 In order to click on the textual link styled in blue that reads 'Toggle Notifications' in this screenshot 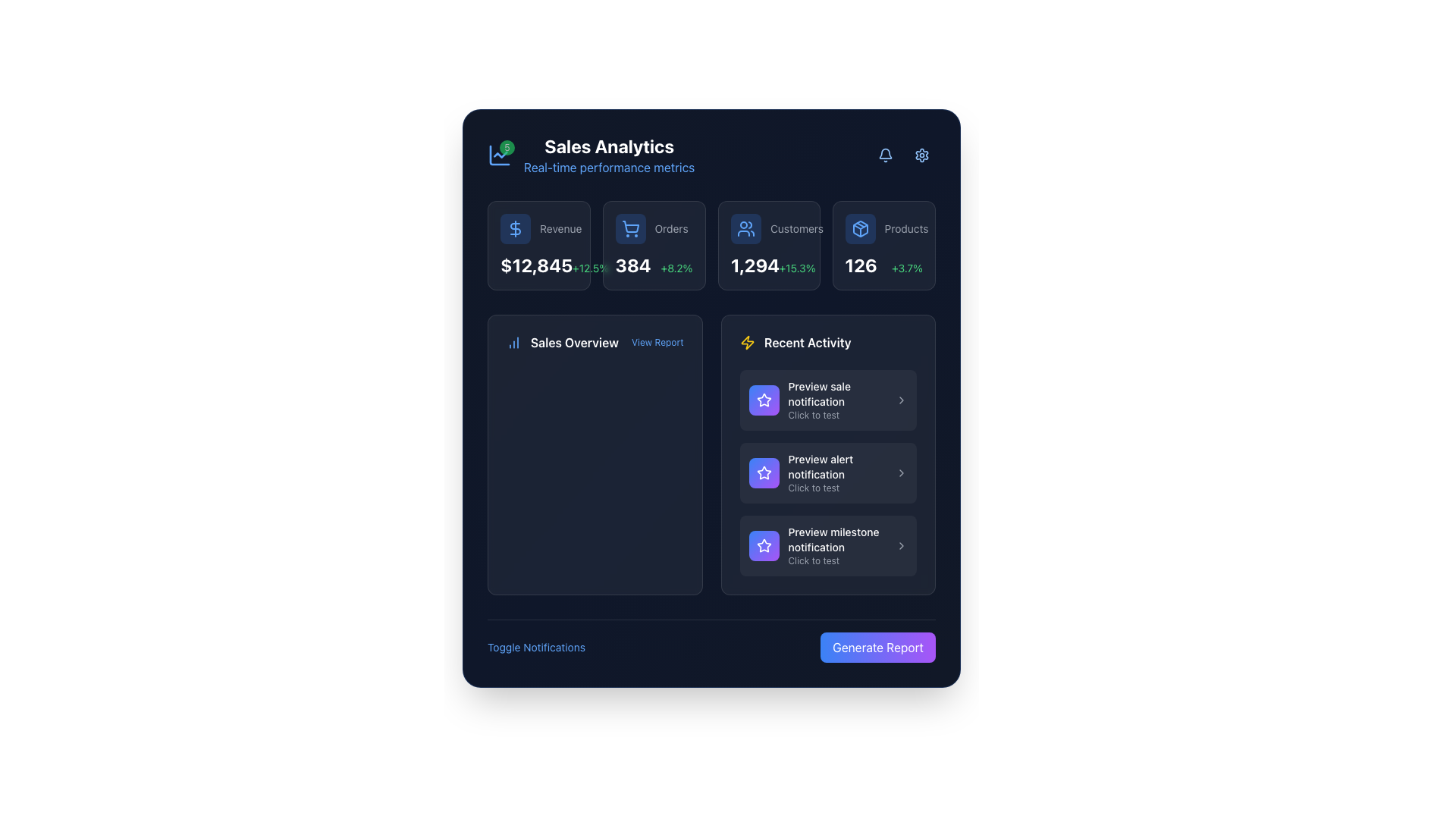, I will do `click(536, 647)`.